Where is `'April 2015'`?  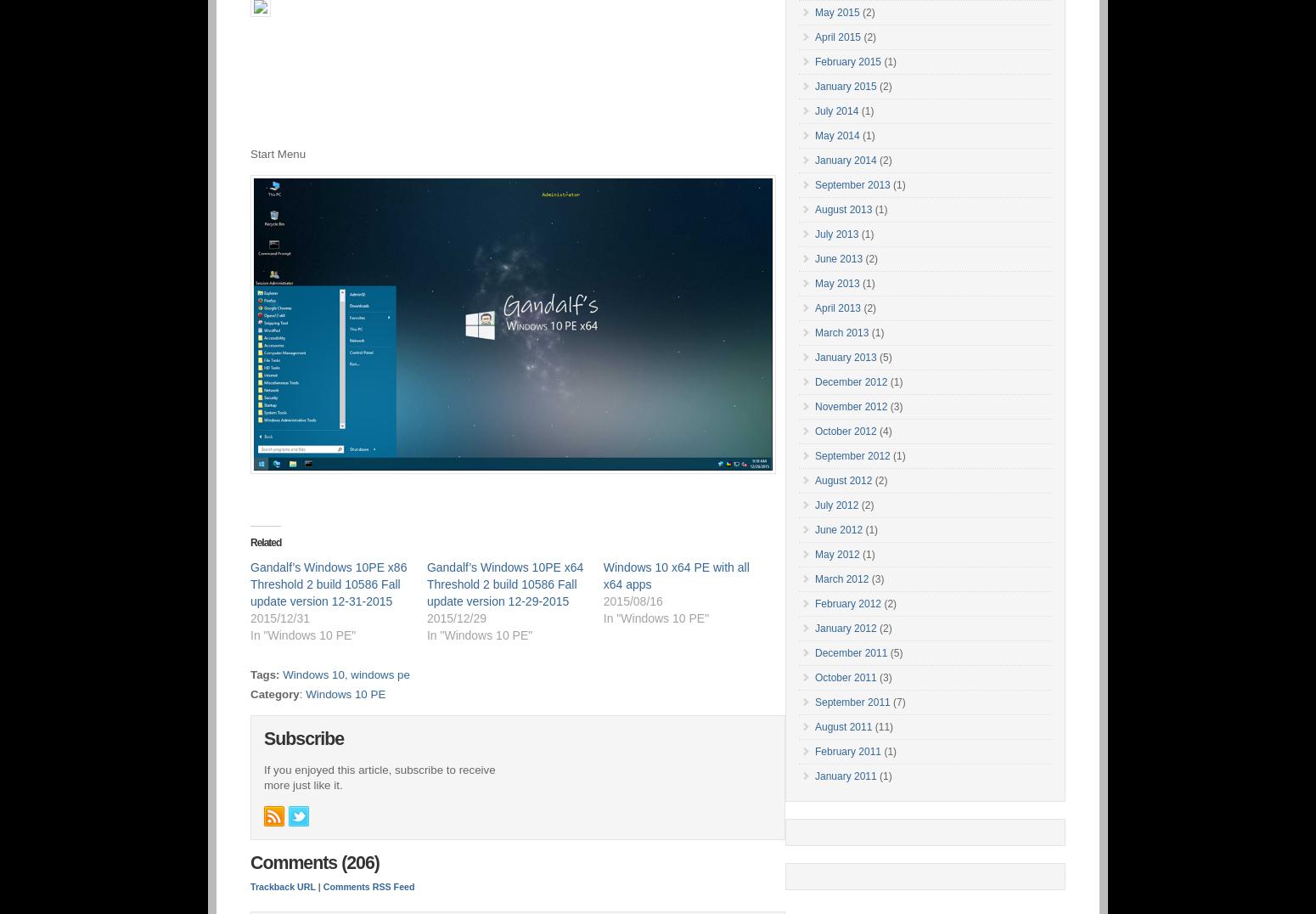
'April 2015' is located at coordinates (837, 37).